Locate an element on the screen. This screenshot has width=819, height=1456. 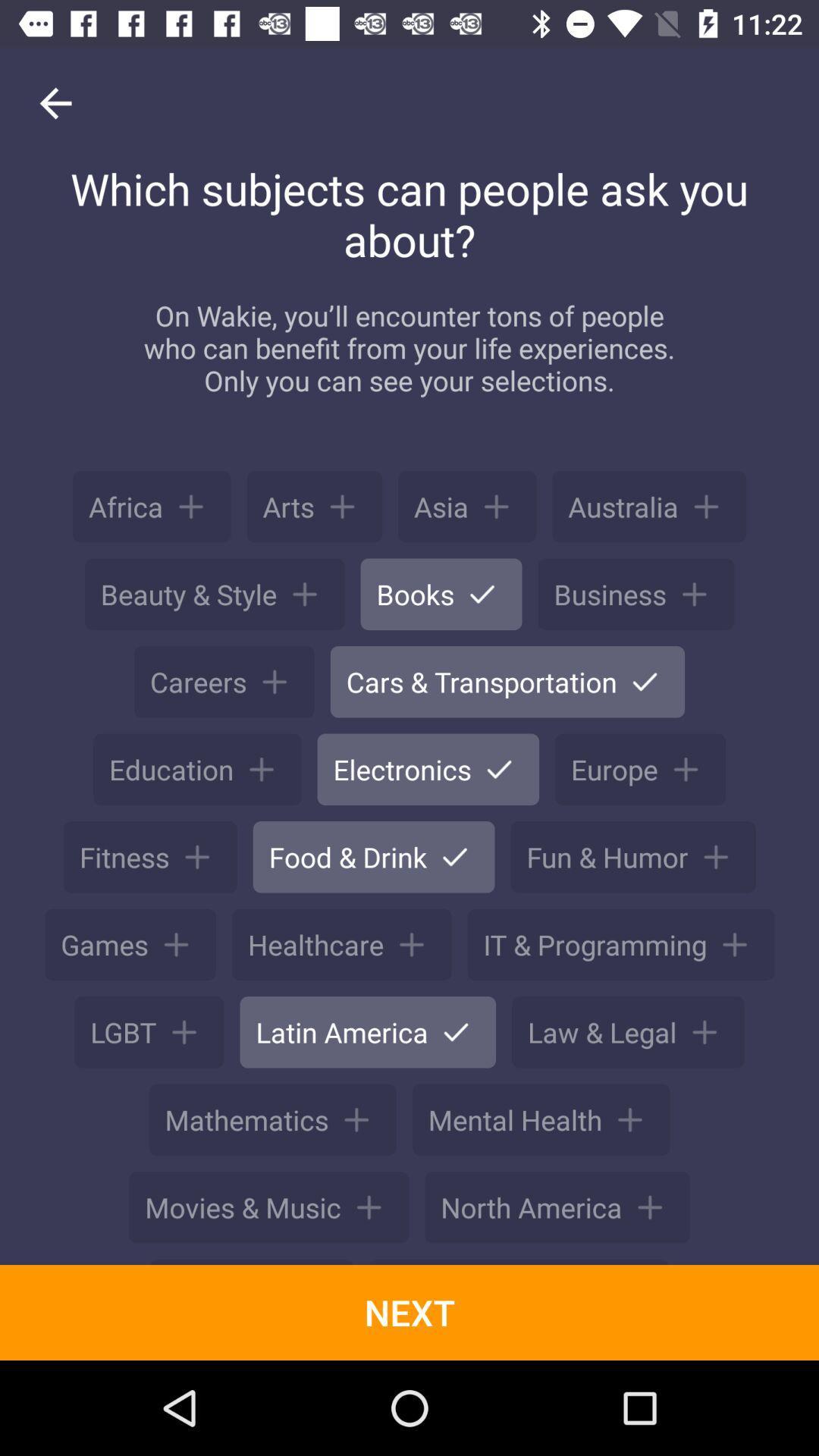
latin america is located at coordinates (368, 1031).